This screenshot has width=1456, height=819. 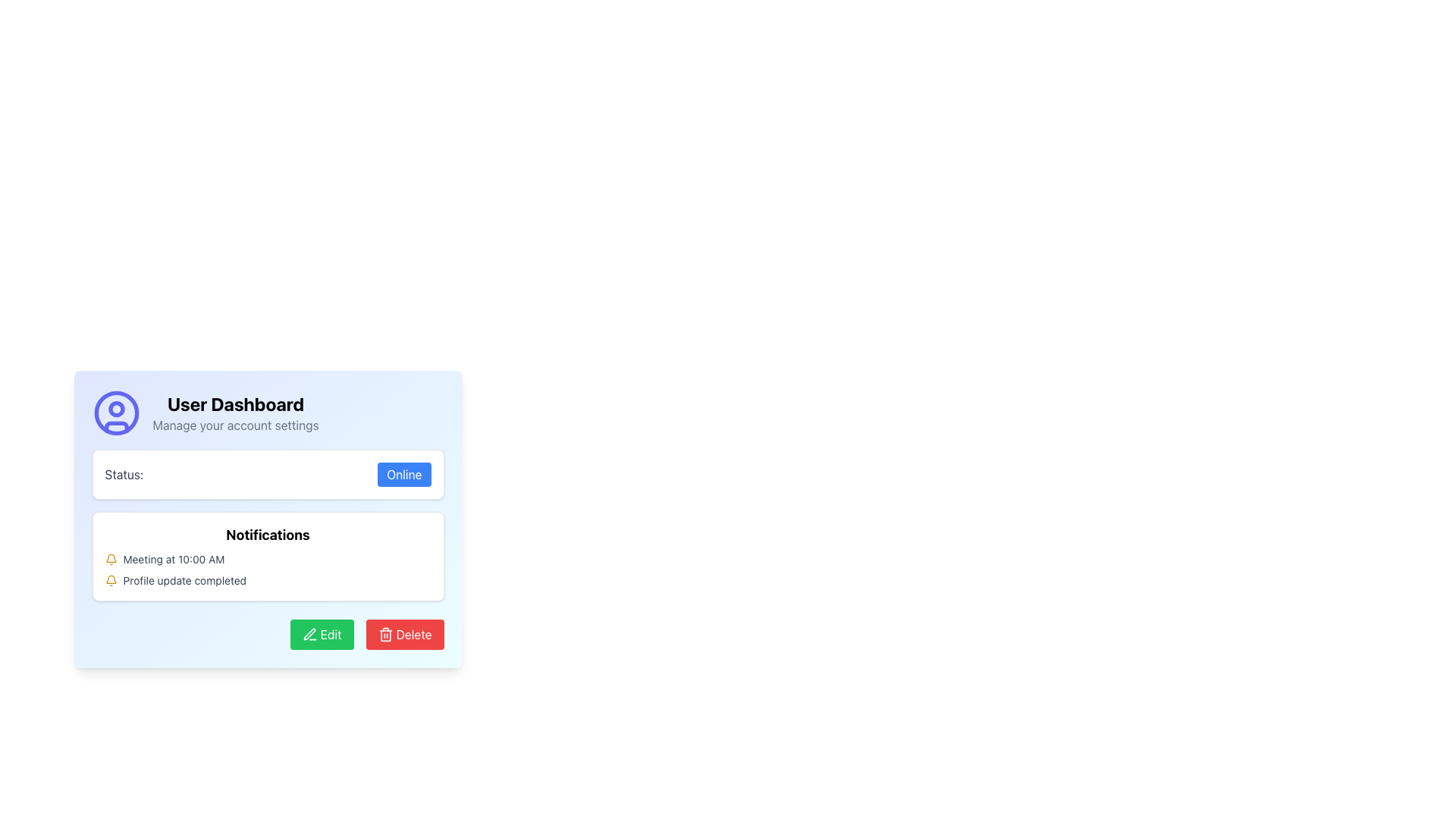 I want to click on the header text label indicating the user dashboard, located to the right of the avatar icon in the top-left section of the interface, so click(x=235, y=413).